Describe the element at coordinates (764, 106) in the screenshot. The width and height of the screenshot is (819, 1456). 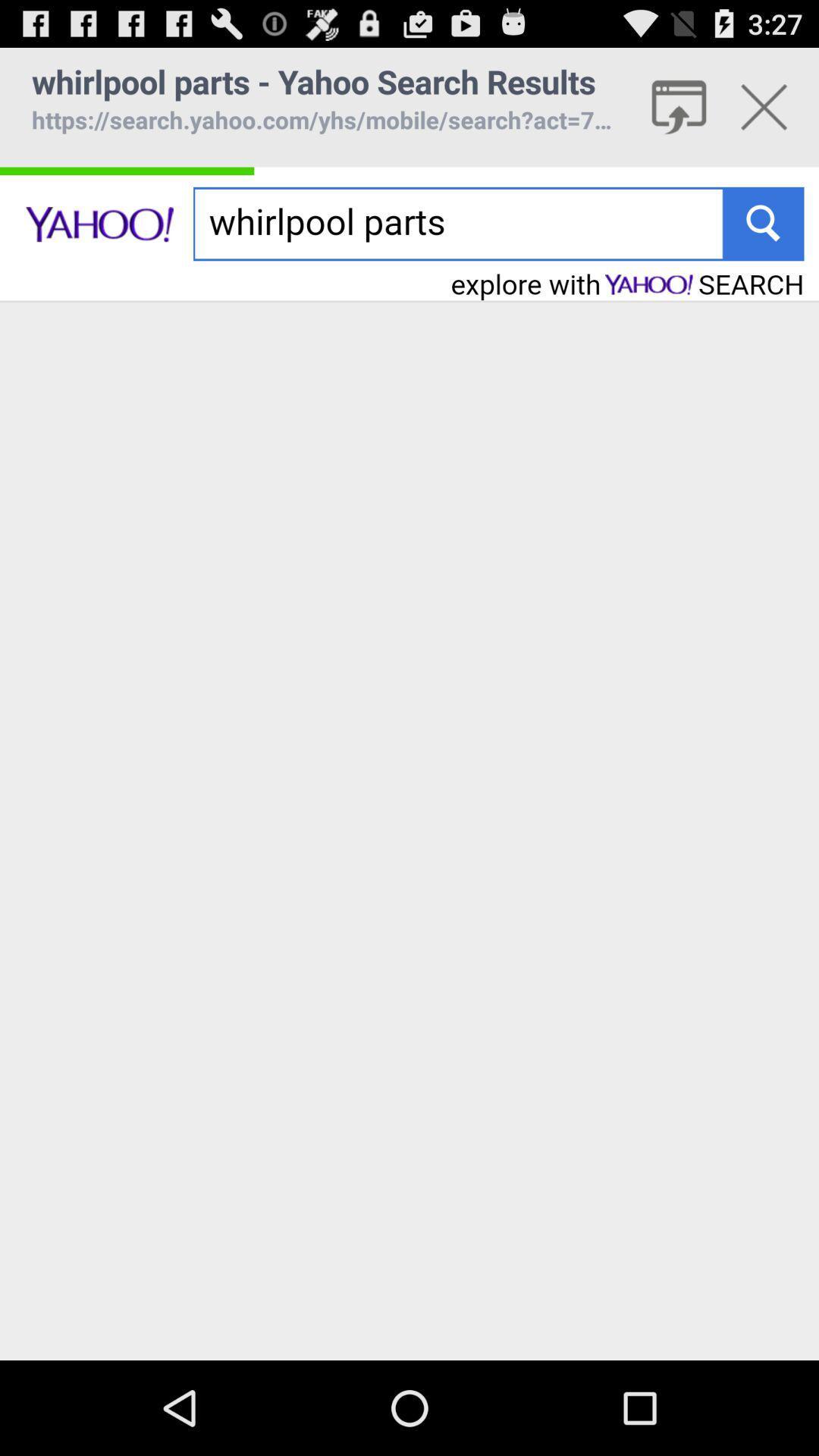
I see `advertisement` at that location.